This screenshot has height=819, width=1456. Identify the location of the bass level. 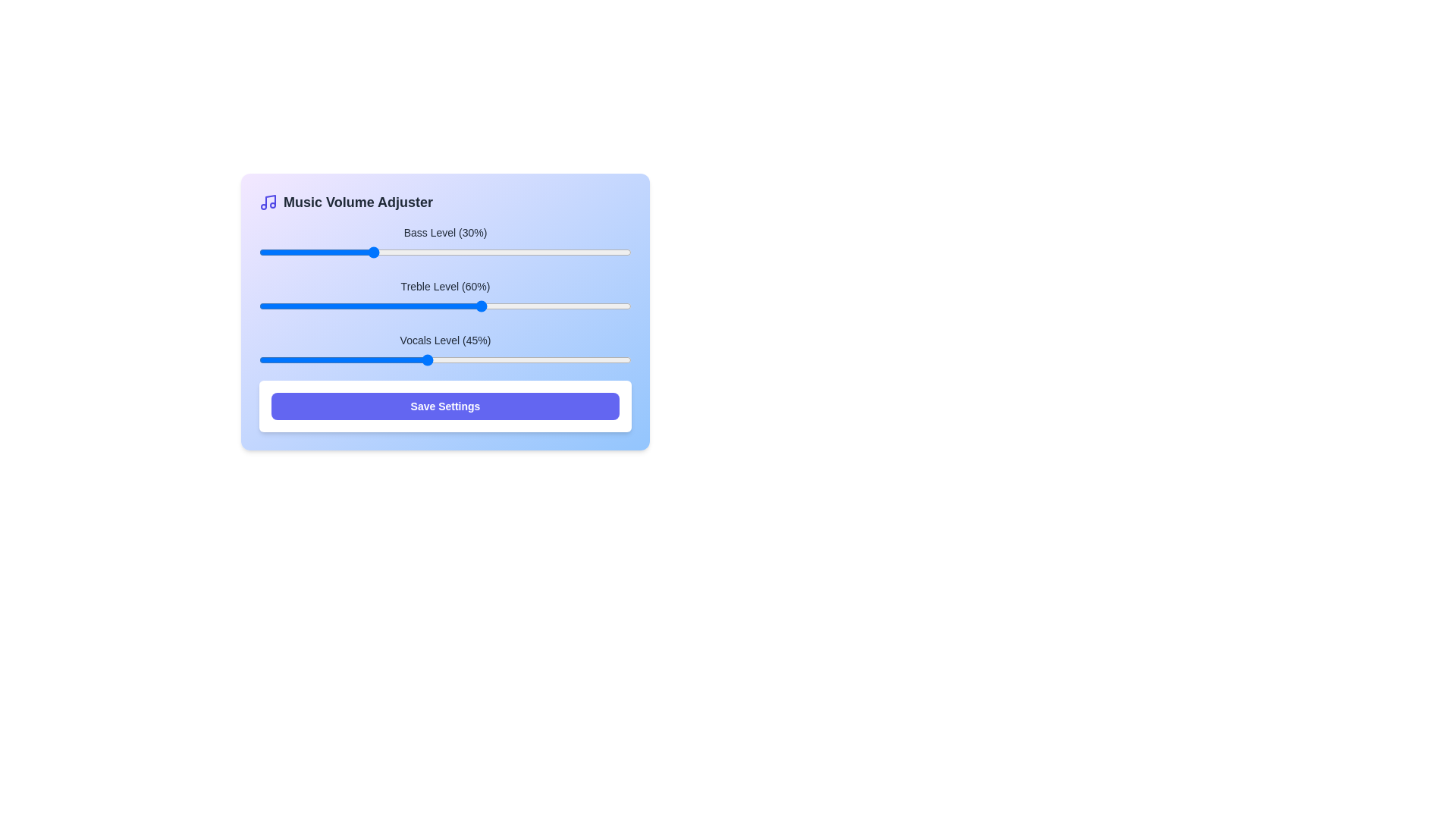
(531, 251).